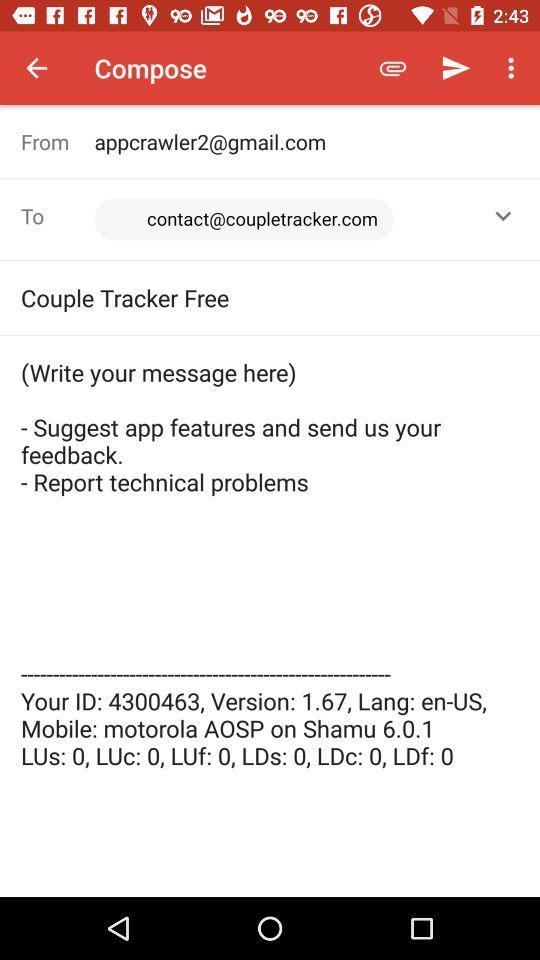  What do you see at coordinates (393, 68) in the screenshot?
I see `icon above appcrawler2@gmail.com` at bounding box center [393, 68].